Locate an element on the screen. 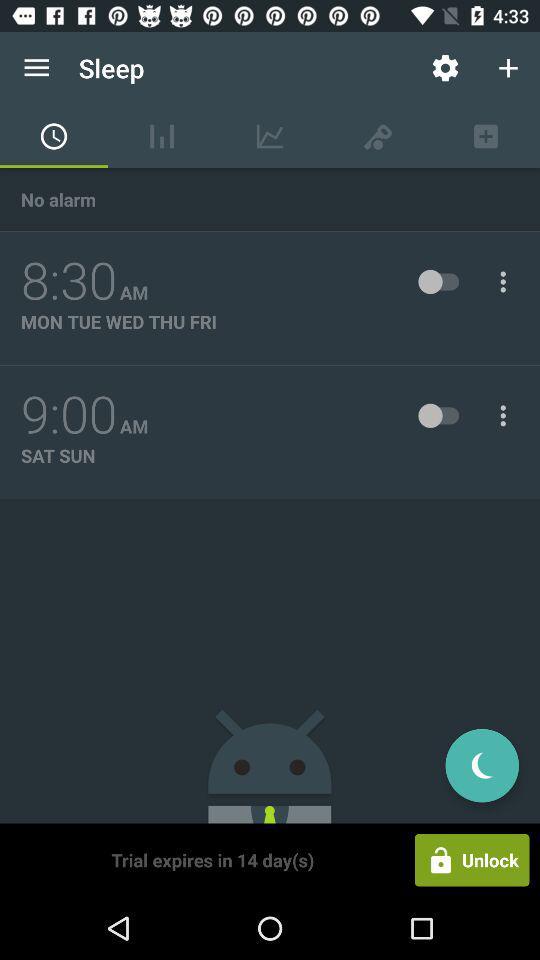 The image size is (540, 960). item above sat sun item is located at coordinates (68, 414).